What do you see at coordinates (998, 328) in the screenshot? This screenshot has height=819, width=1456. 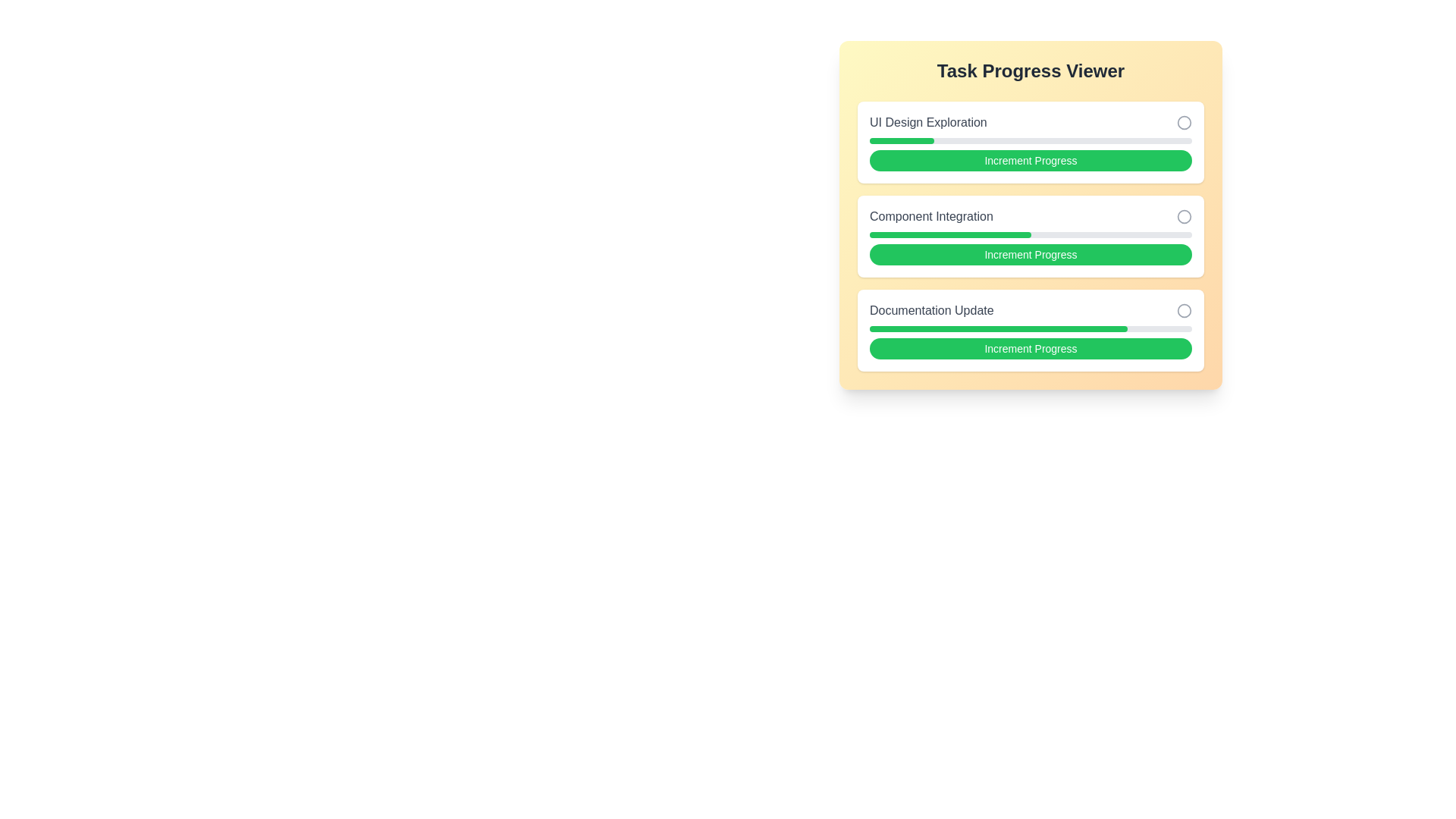 I see `the filling component of the third task's progress bar labeled 'Documentation Update', which indicates 80% completion in the 'Task Progress Viewer'` at bounding box center [998, 328].